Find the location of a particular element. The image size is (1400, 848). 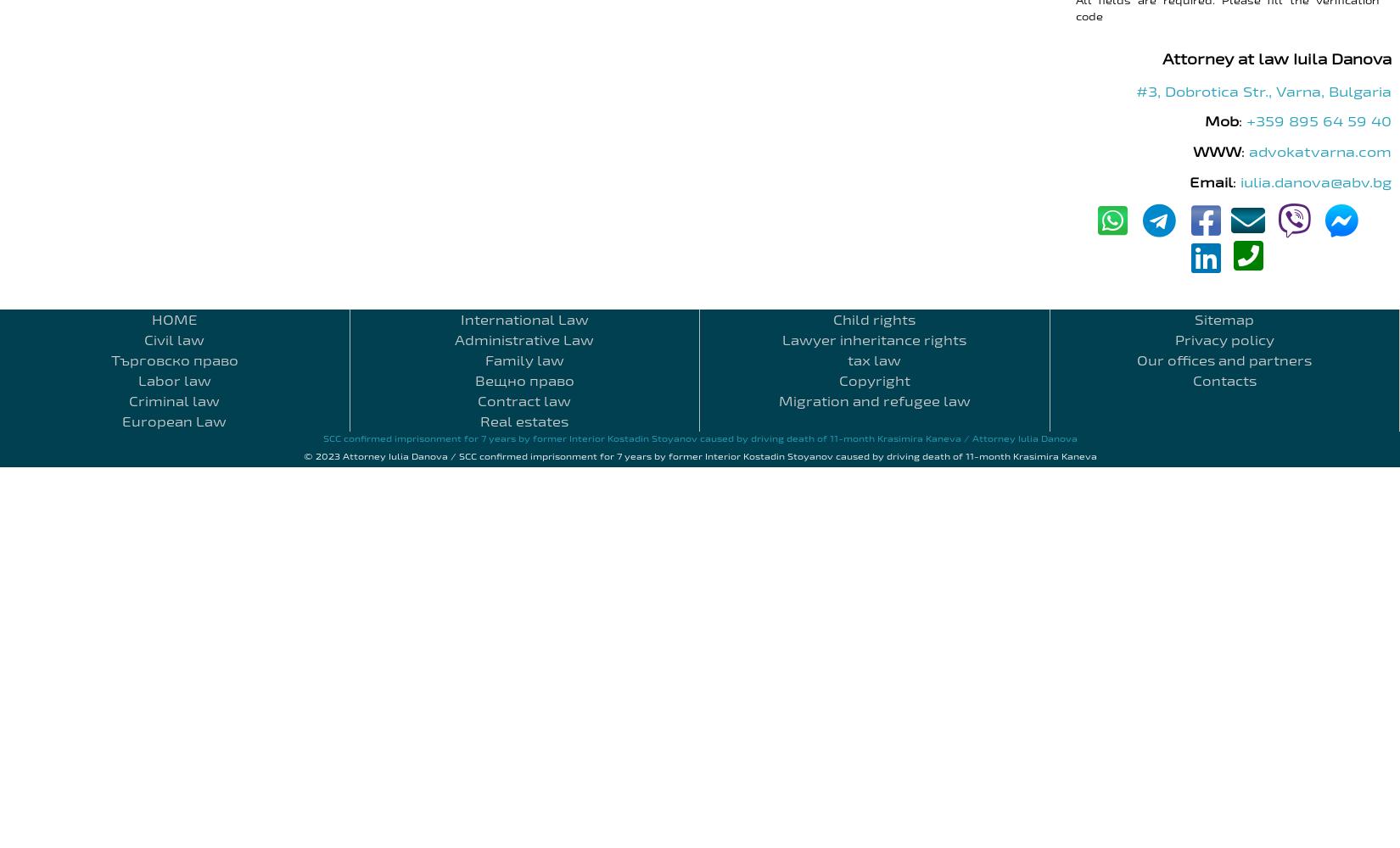

'Migration and refugee law' is located at coordinates (873, 400).